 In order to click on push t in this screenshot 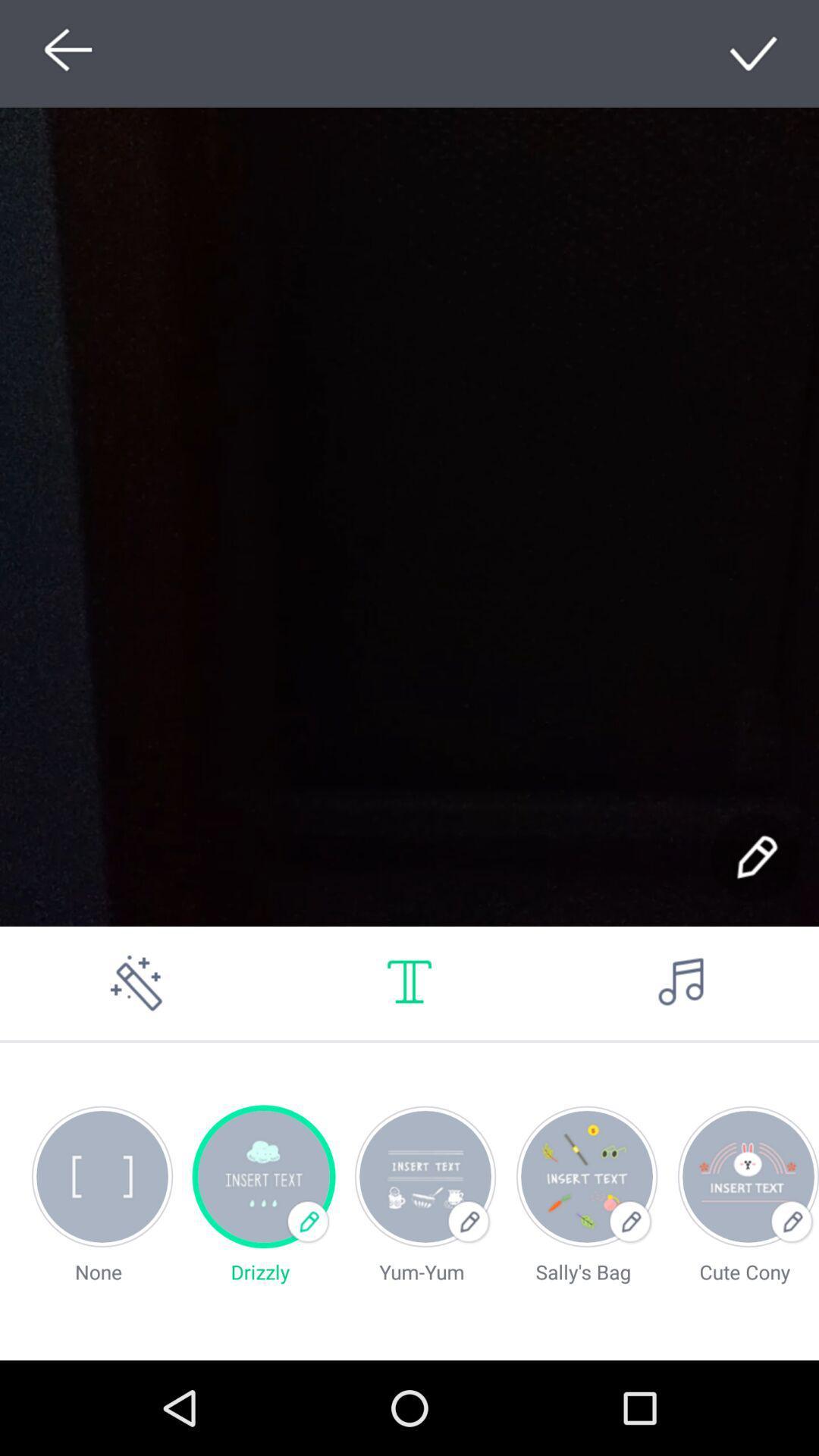, I will do `click(409, 983)`.